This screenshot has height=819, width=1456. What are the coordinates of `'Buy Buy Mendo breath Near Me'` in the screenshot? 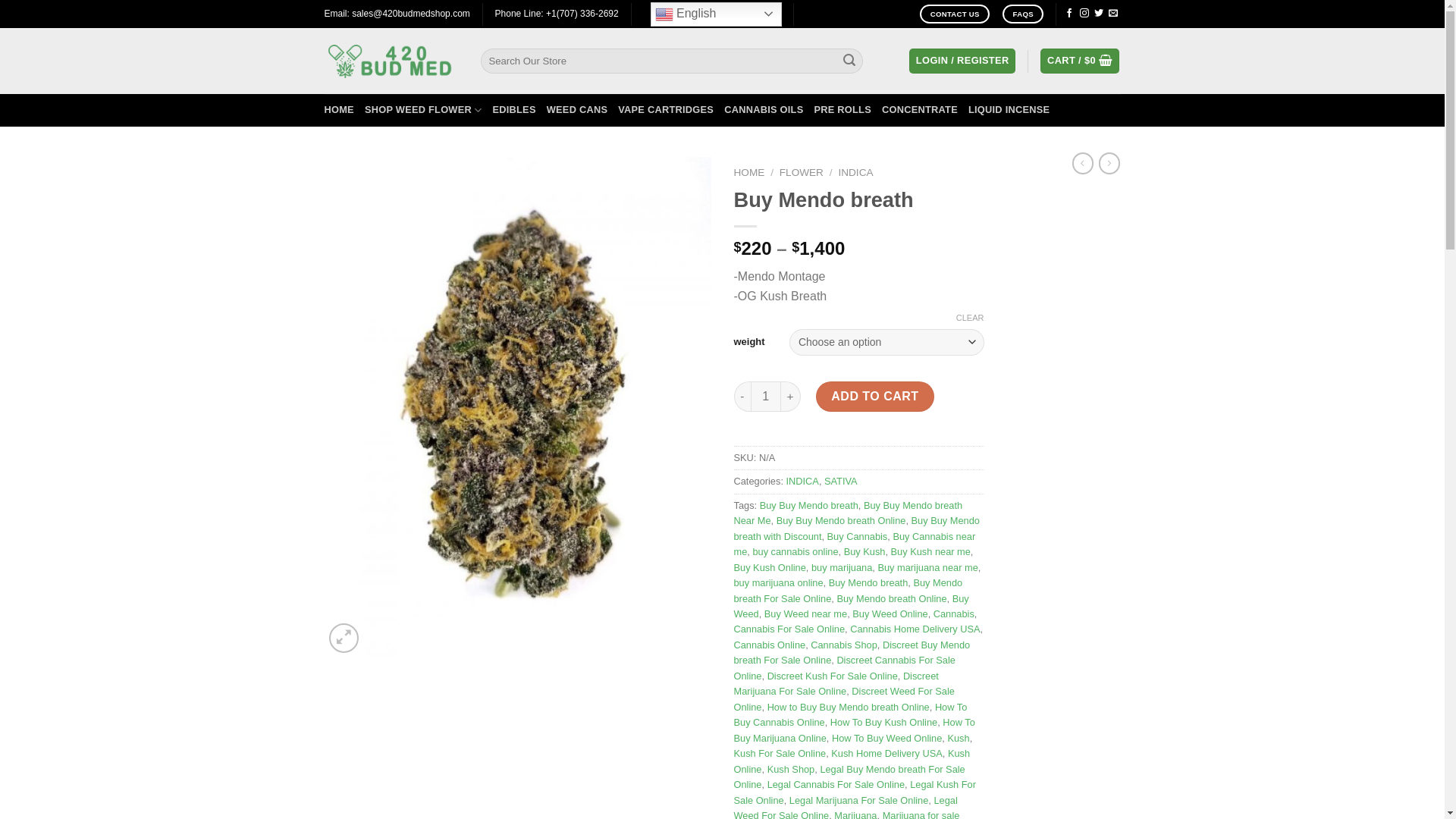 It's located at (847, 512).